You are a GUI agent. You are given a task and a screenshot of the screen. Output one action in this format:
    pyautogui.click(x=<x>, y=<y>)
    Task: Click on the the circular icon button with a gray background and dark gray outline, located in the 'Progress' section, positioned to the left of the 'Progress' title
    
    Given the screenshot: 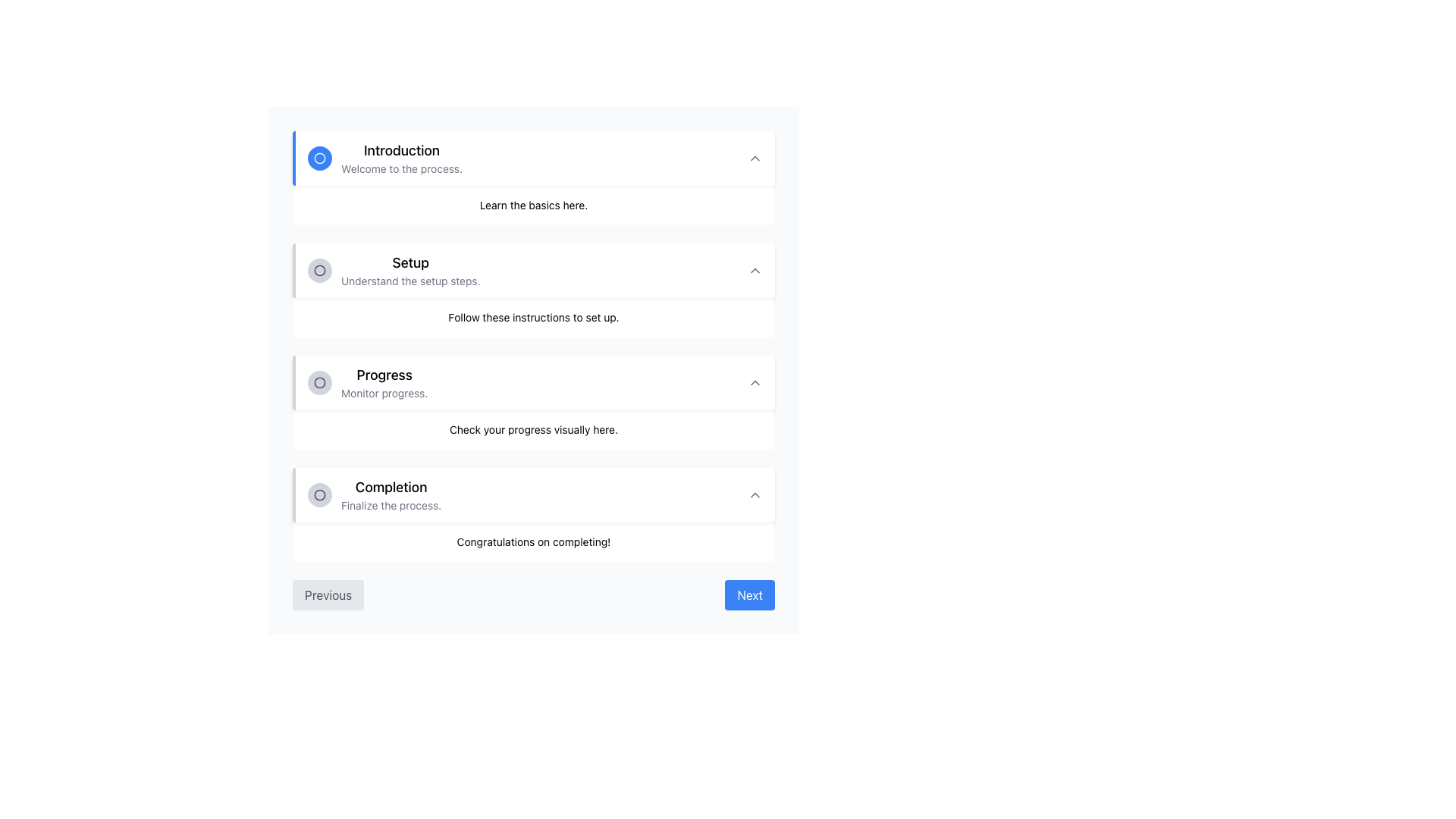 What is the action you would take?
    pyautogui.click(x=319, y=382)
    